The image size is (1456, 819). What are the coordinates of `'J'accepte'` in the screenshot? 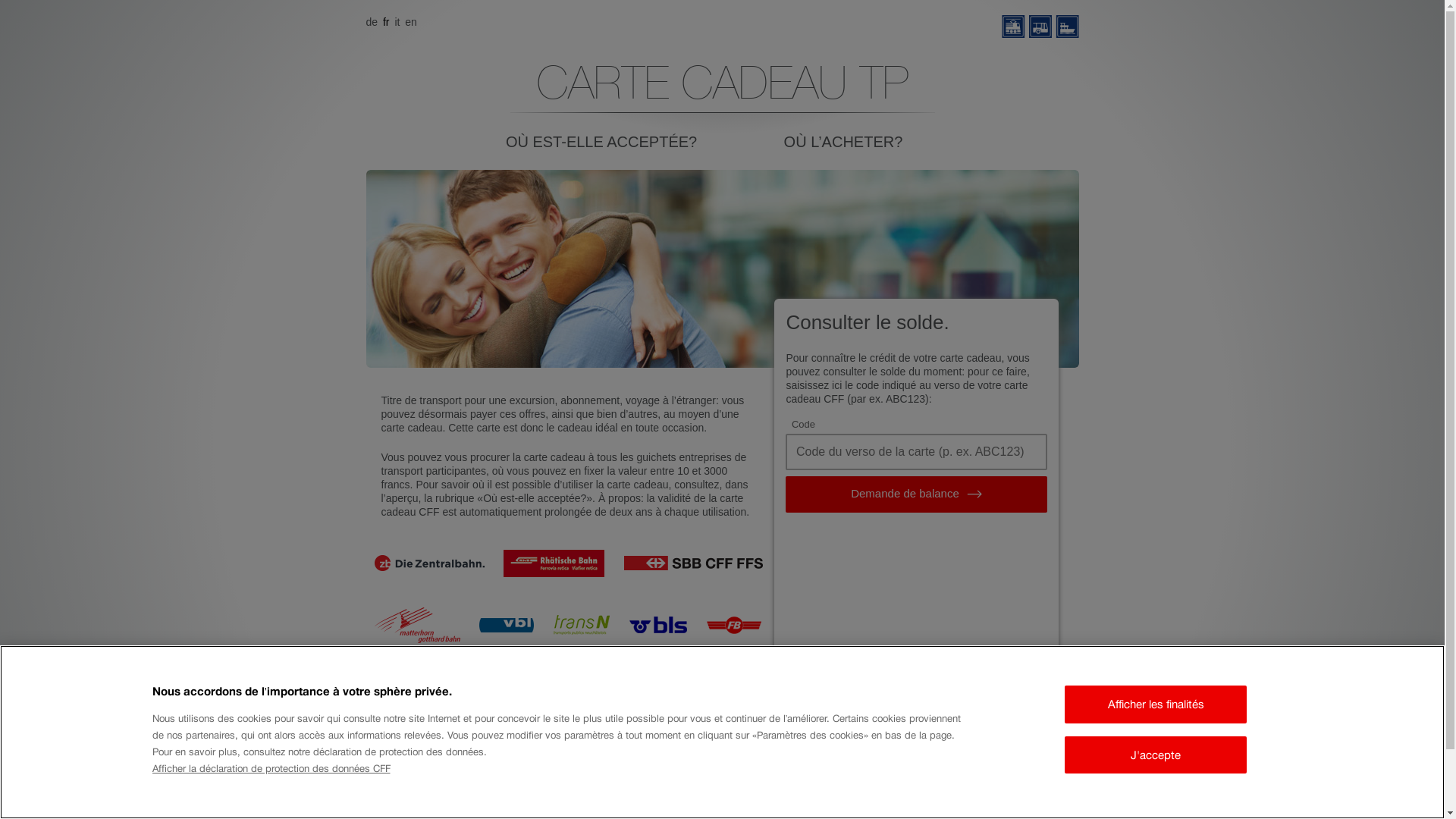 It's located at (1154, 755).